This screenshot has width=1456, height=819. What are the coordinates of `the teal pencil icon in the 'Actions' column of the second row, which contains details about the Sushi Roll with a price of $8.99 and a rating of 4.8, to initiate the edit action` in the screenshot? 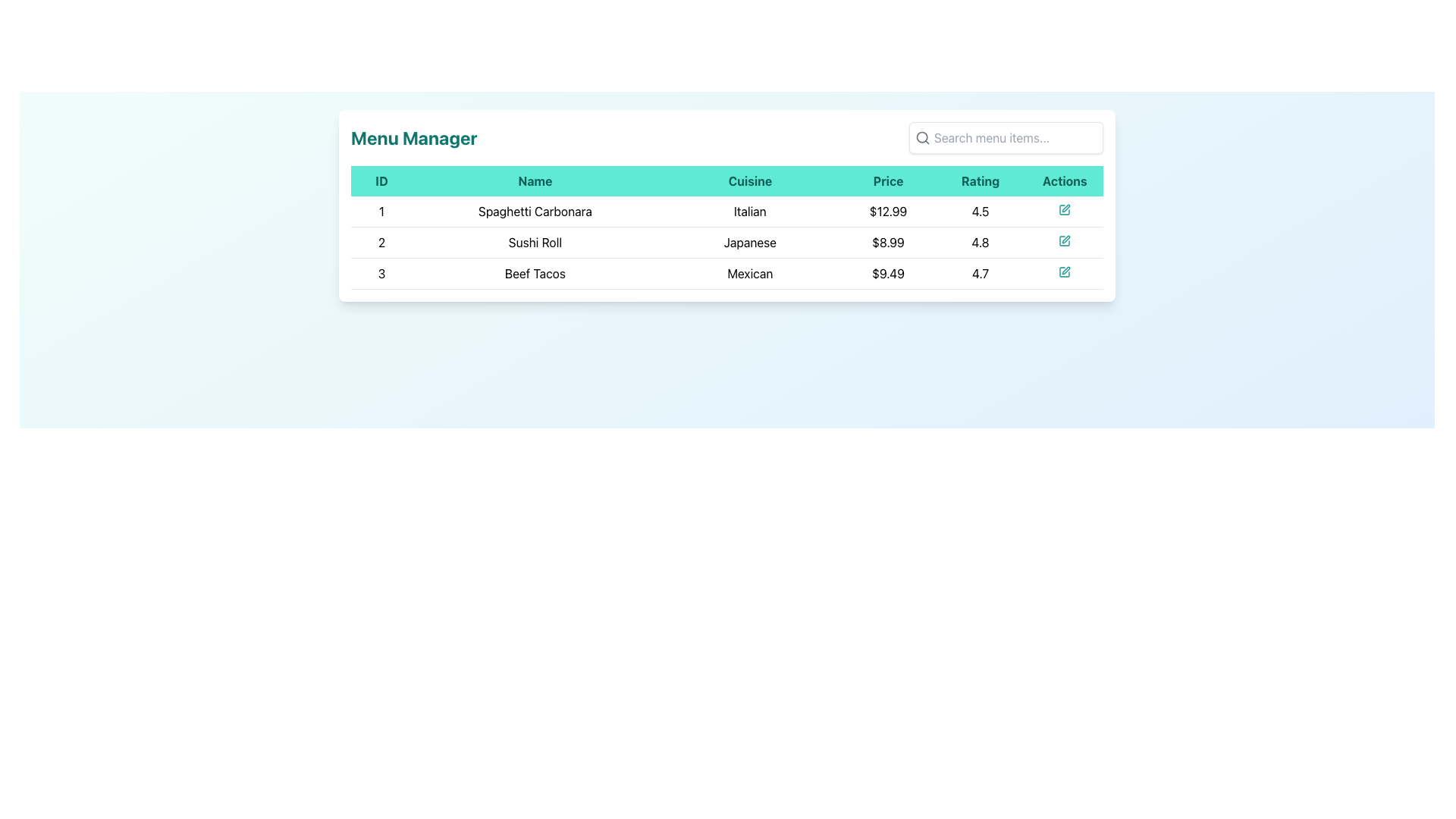 It's located at (1064, 242).